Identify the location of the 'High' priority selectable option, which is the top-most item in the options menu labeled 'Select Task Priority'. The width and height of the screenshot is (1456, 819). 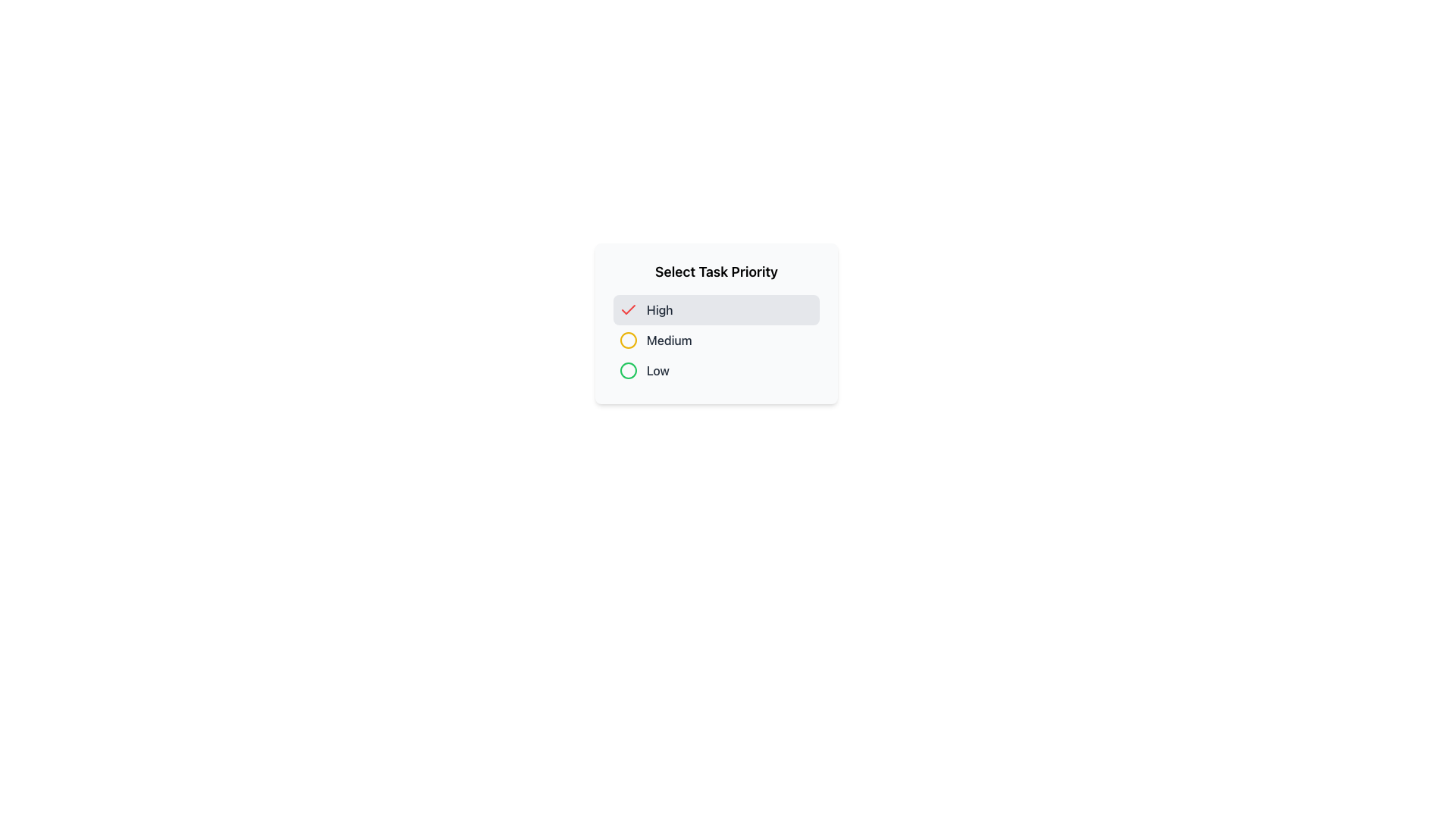
(716, 309).